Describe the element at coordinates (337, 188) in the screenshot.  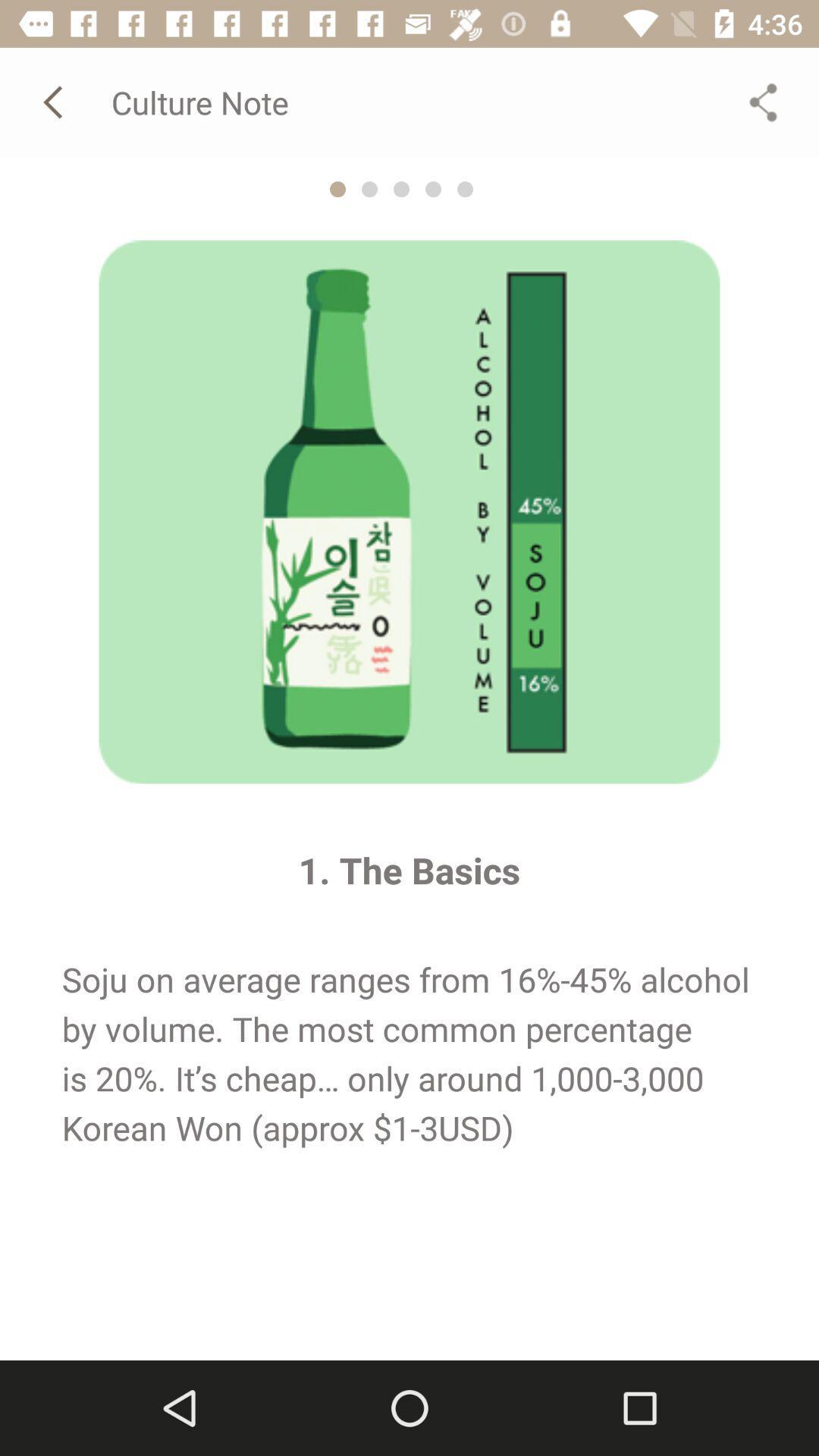
I see `the star icon` at that location.